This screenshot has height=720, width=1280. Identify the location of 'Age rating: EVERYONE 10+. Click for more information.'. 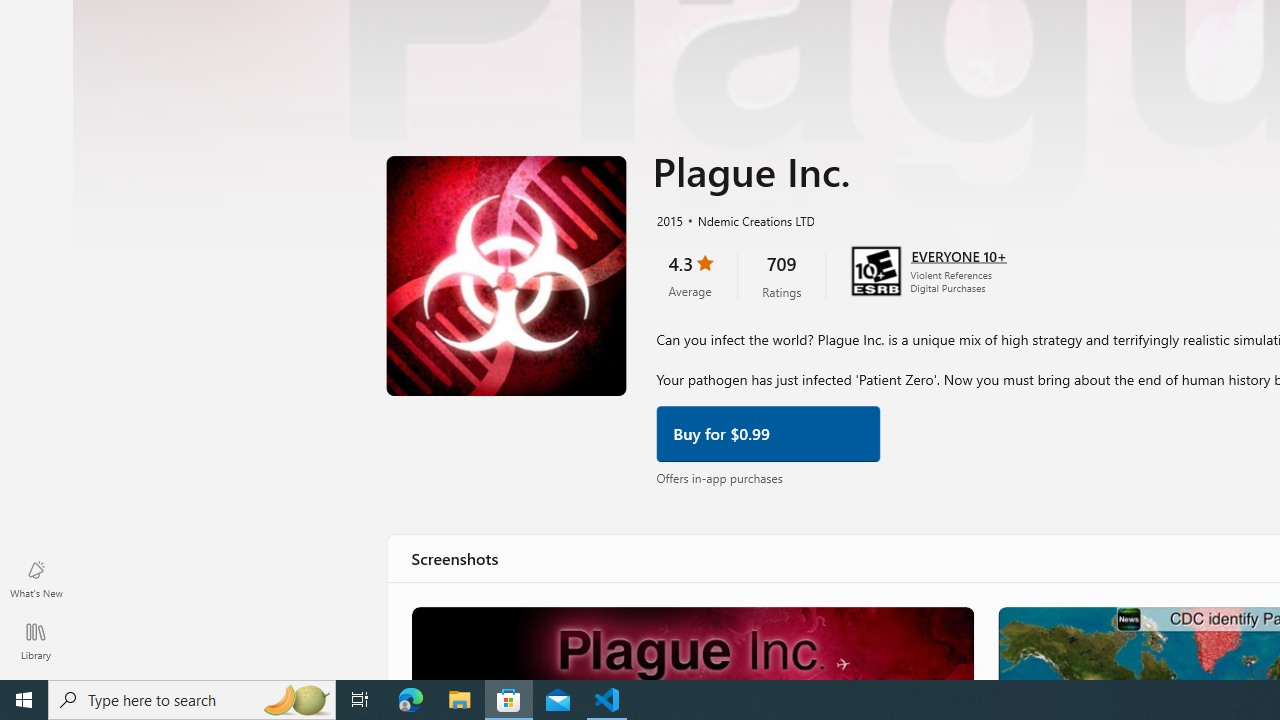
(957, 253).